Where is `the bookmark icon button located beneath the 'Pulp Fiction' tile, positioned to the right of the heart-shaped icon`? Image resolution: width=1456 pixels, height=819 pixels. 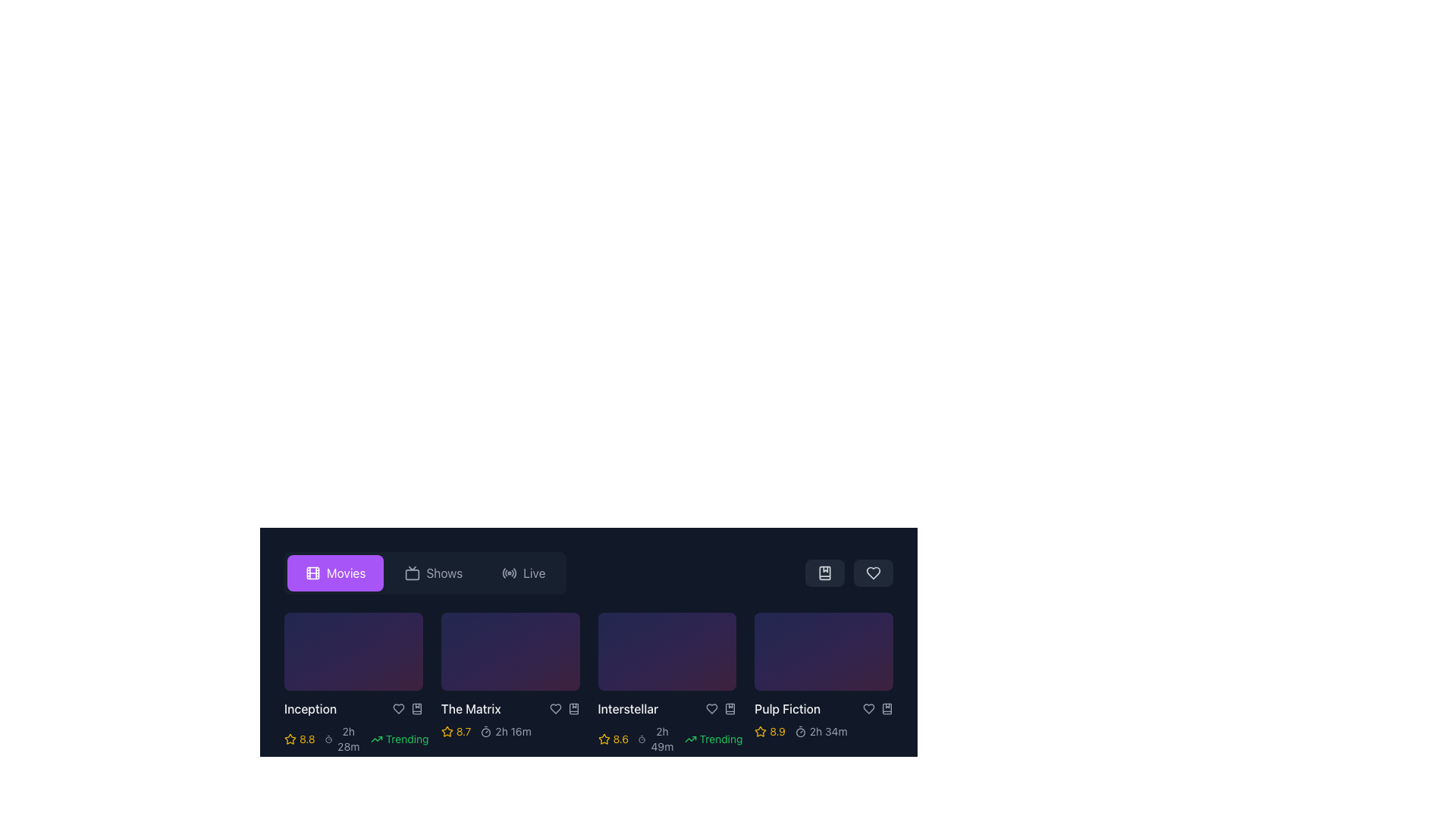
the bookmark icon button located beneath the 'Pulp Fiction' tile, positioned to the right of the heart-shaped icon is located at coordinates (730, 708).